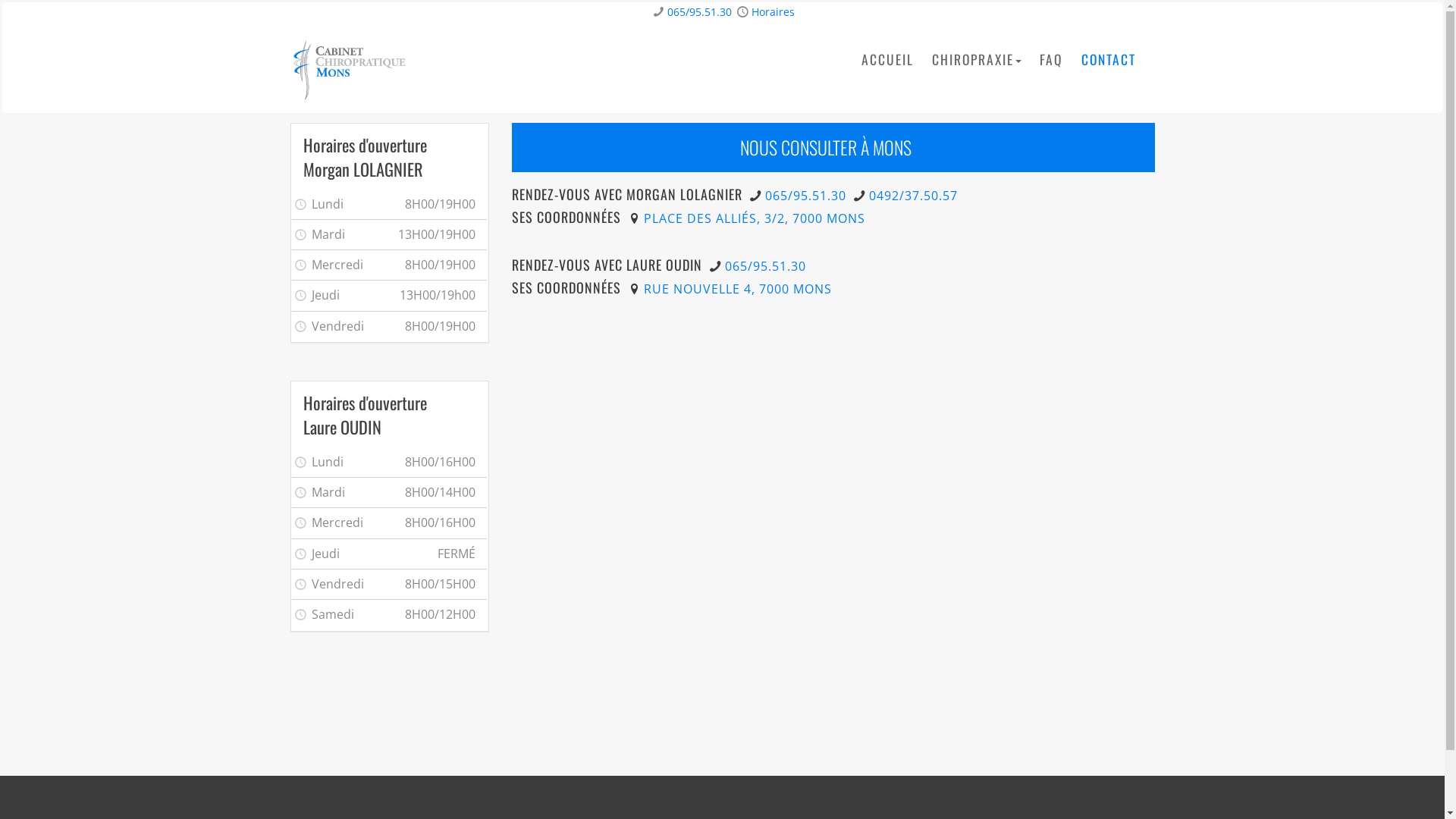  Describe the element at coordinates (738, 289) in the screenshot. I see `'RUE NOUVELLE 4, 7000 MONS'` at that location.